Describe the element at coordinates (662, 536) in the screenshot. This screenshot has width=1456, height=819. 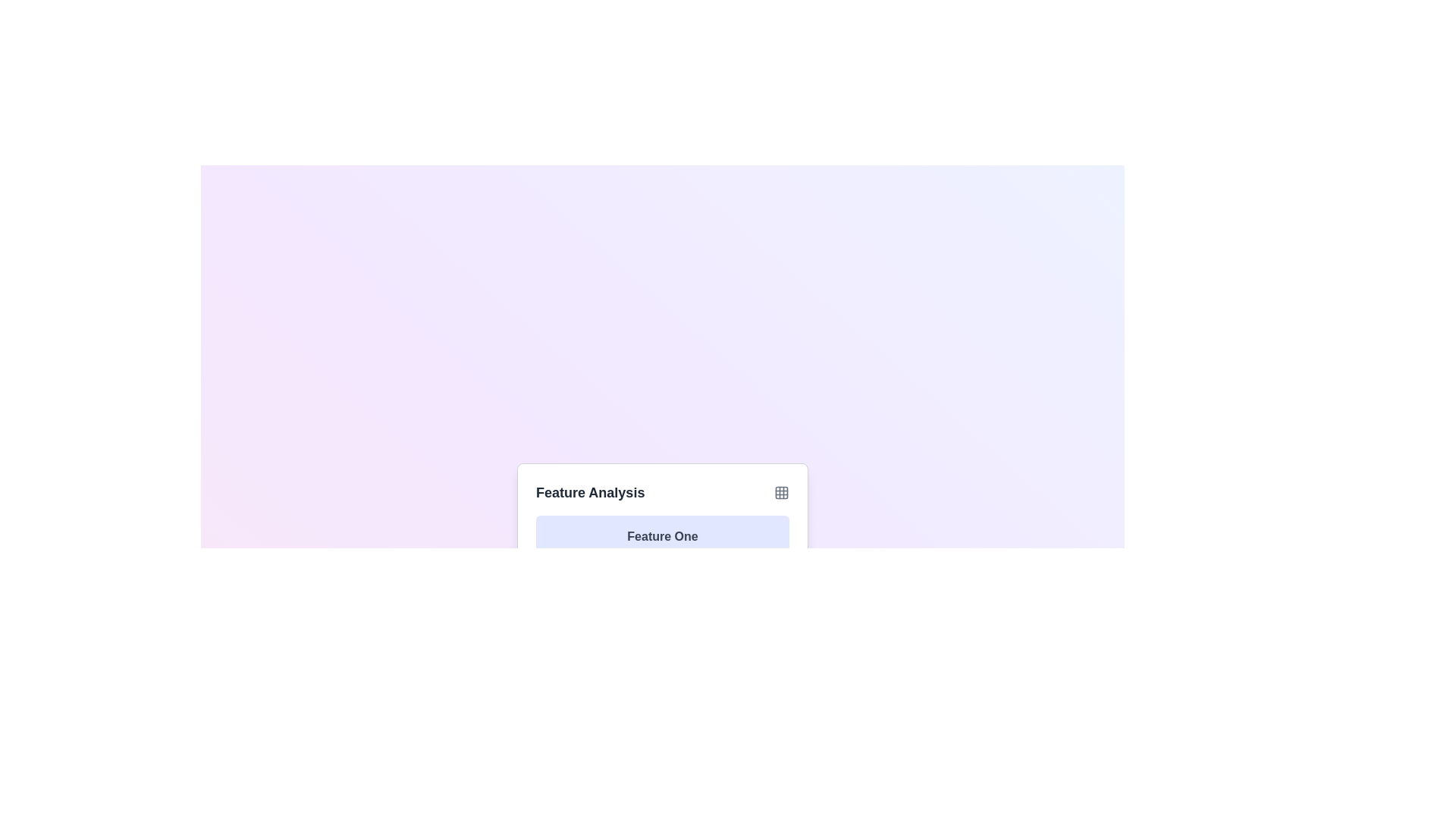
I see `the 'Feature One' button located at the center of the card in the 'Feature Analysis' section` at that location.